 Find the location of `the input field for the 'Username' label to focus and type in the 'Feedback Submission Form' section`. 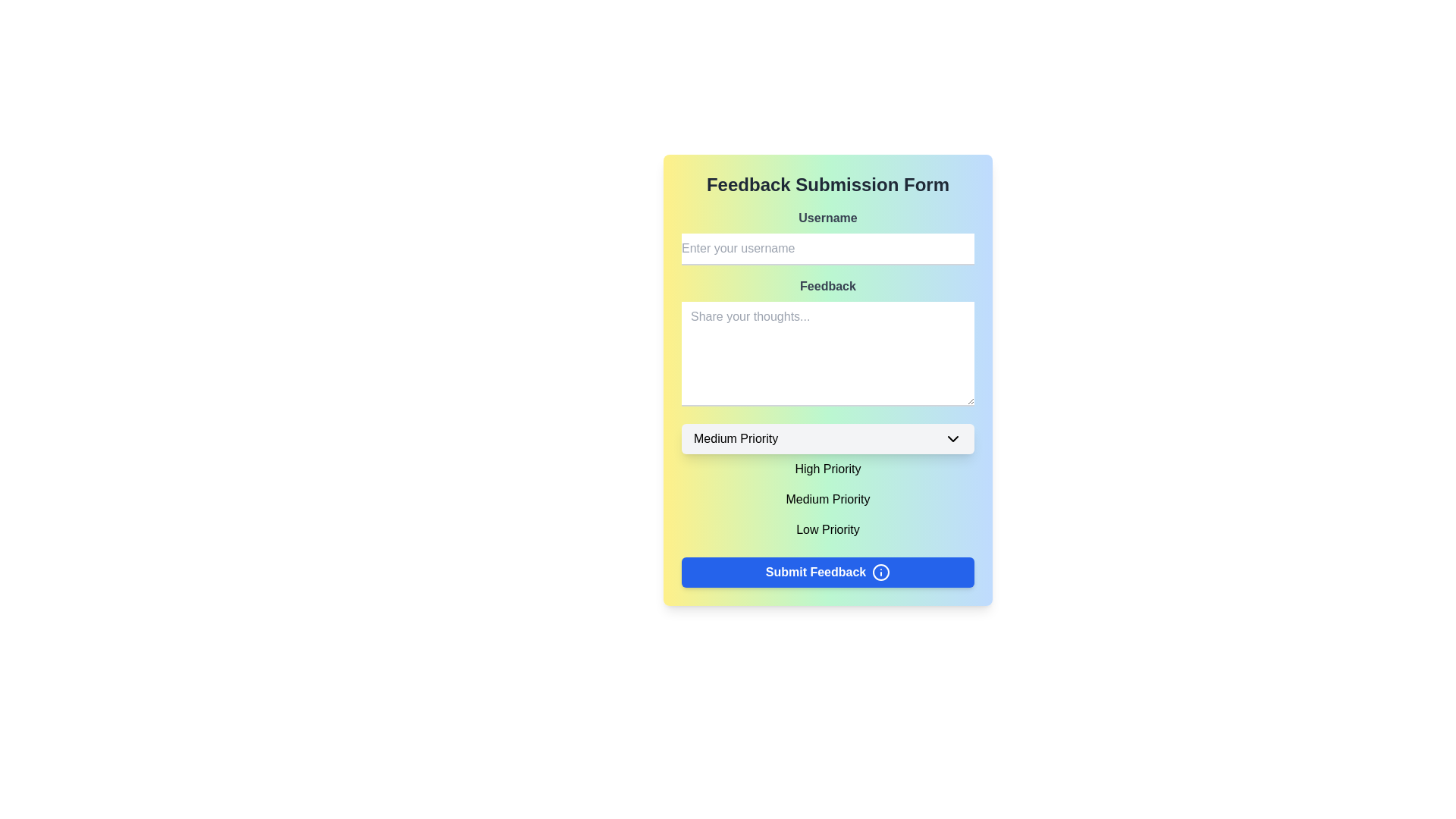

the input field for the 'Username' label to focus and type in the 'Feedback Submission Form' section is located at coordinates (827, 237).